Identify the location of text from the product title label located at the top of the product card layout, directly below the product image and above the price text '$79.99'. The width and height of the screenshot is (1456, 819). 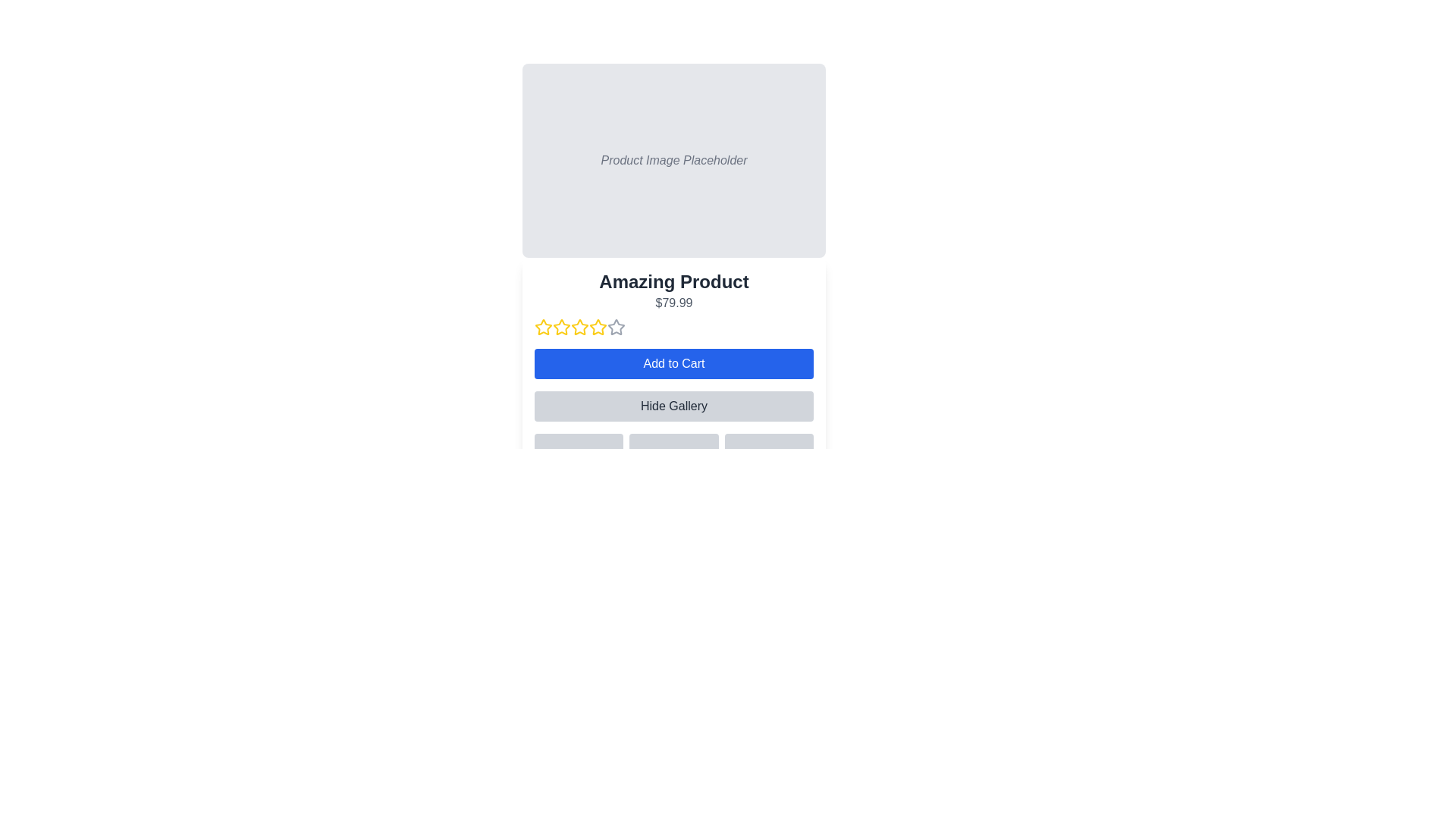
(673, 281).